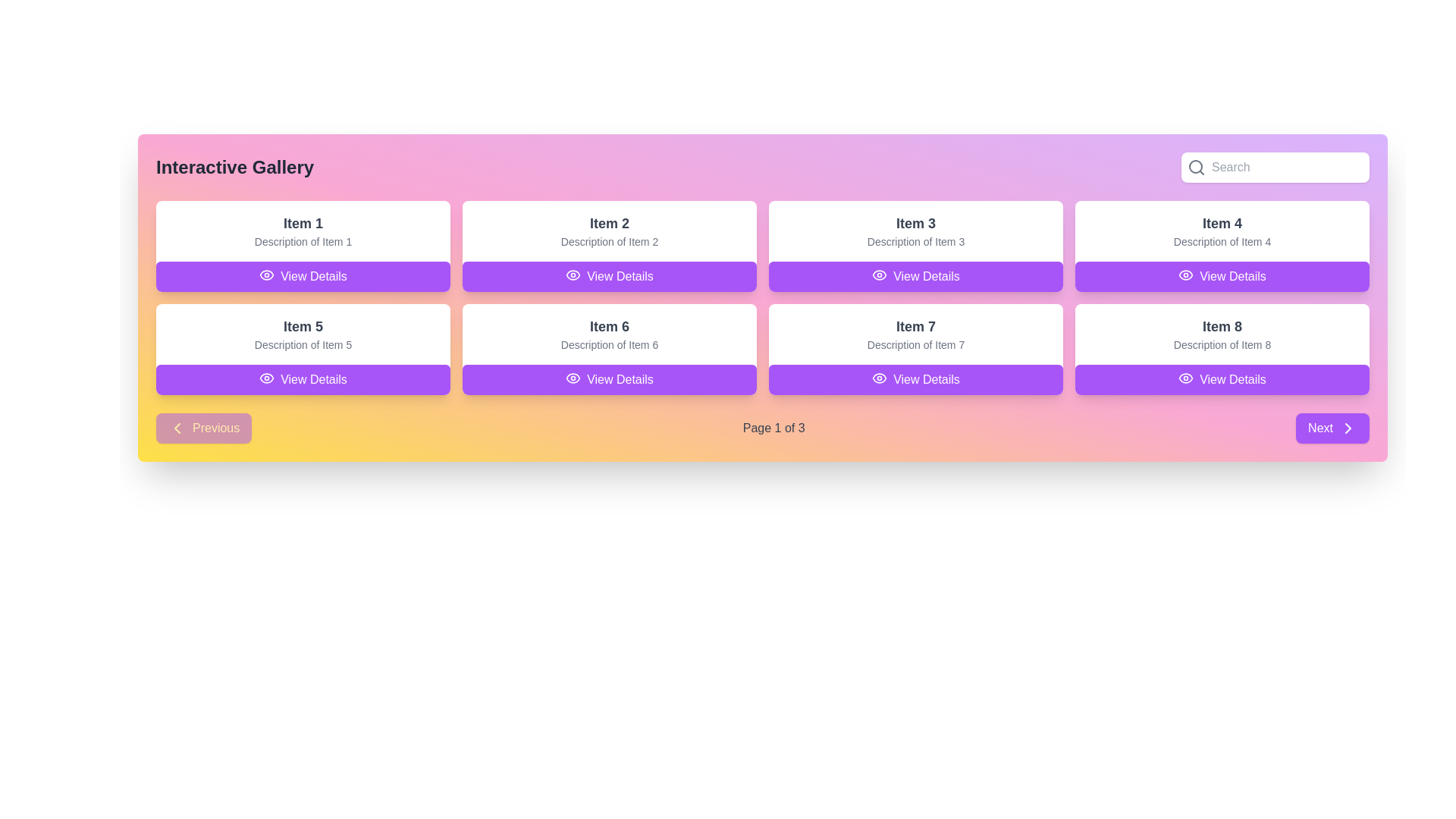 The height and width of the screenshot is (819, 1456). Describe the element at coordinates (610, 277) in the screenshot. I see `the rectangular button with a purple background and white text that reads 'View Details', located at the bottom of the card displaying 'Item 2'` at that location.